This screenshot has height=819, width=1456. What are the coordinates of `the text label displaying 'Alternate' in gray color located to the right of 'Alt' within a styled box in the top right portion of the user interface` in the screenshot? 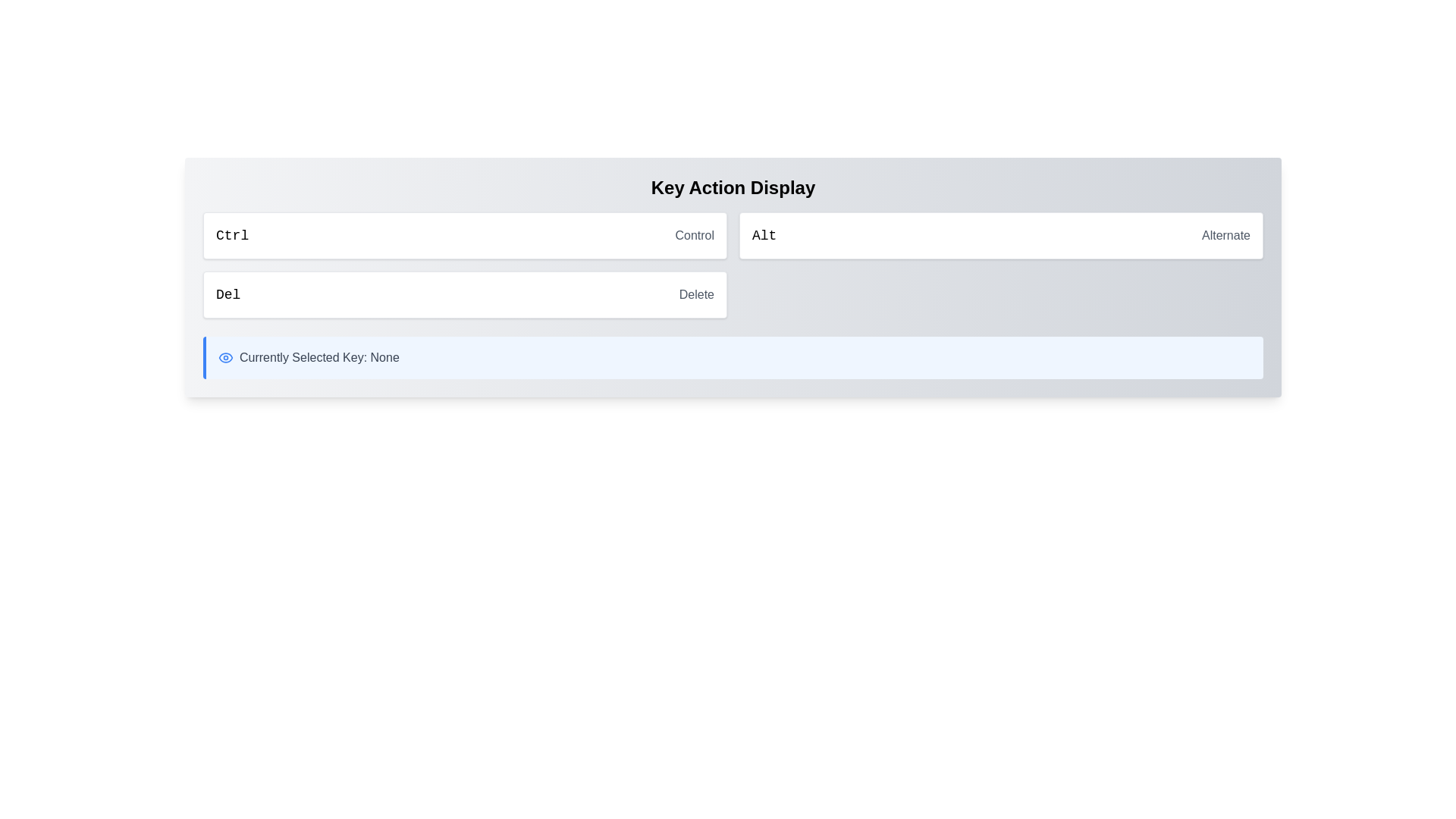 It's located at (1226, 236).